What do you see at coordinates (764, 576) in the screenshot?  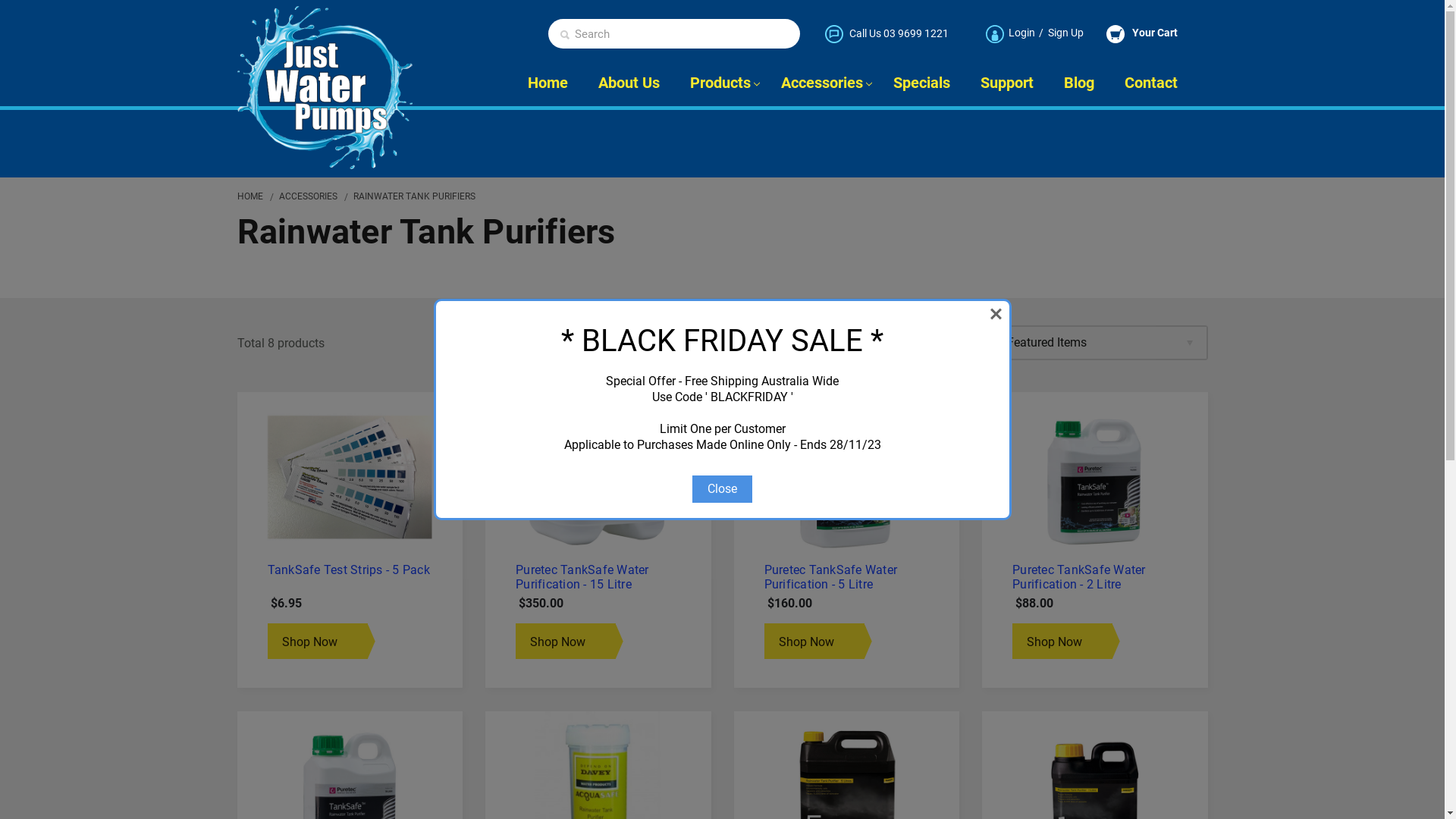 I see `'Puretec TankSafe Water Purification - 5 Litre'` at bounding box center [764, 576].